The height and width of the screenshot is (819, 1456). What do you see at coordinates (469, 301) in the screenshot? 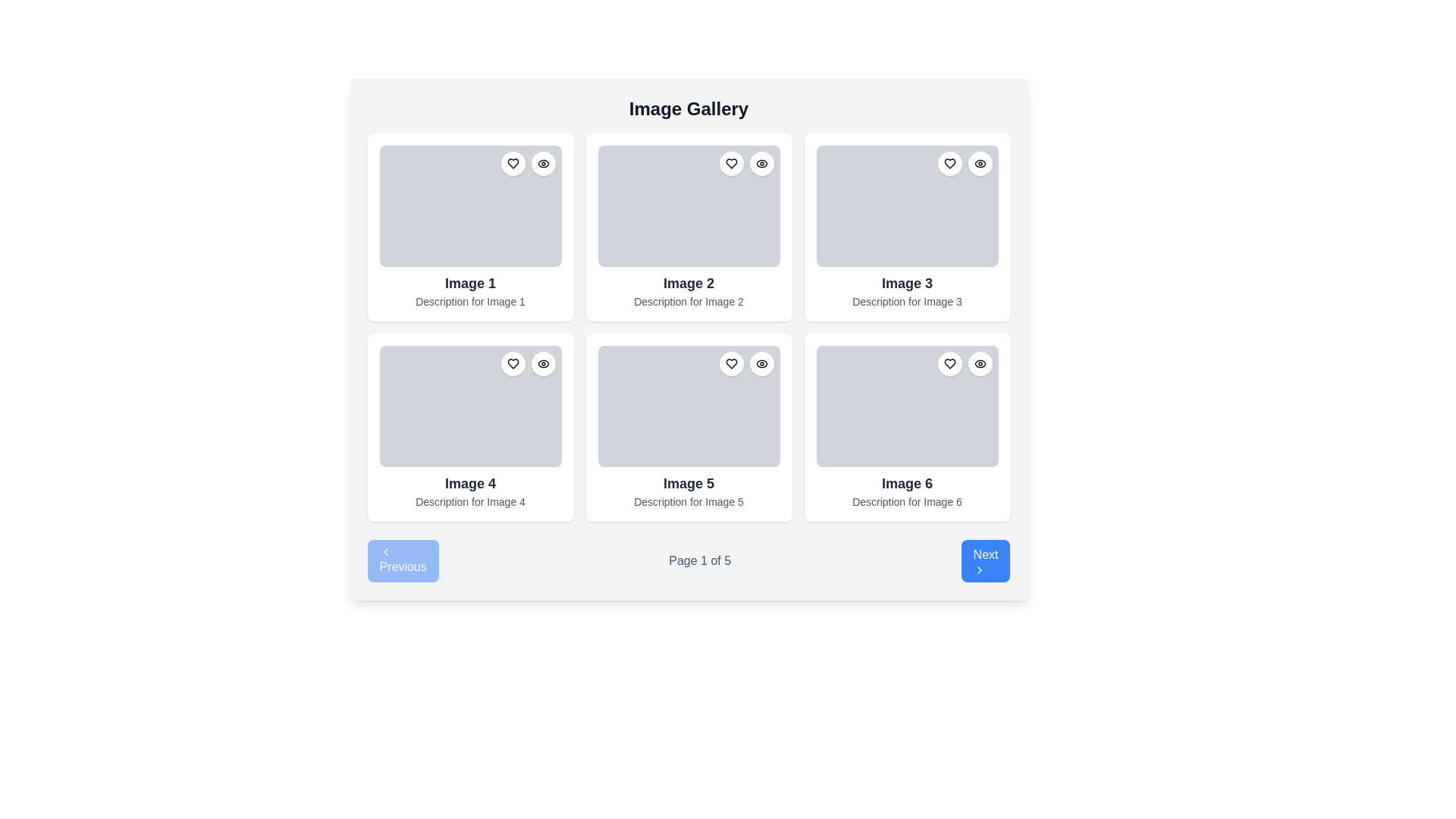
I see `the Text Label located directly beneath the image tile titled 'Image 1' in the gallery, which provides additional context or information about the image` at bounding box center [469, 301].